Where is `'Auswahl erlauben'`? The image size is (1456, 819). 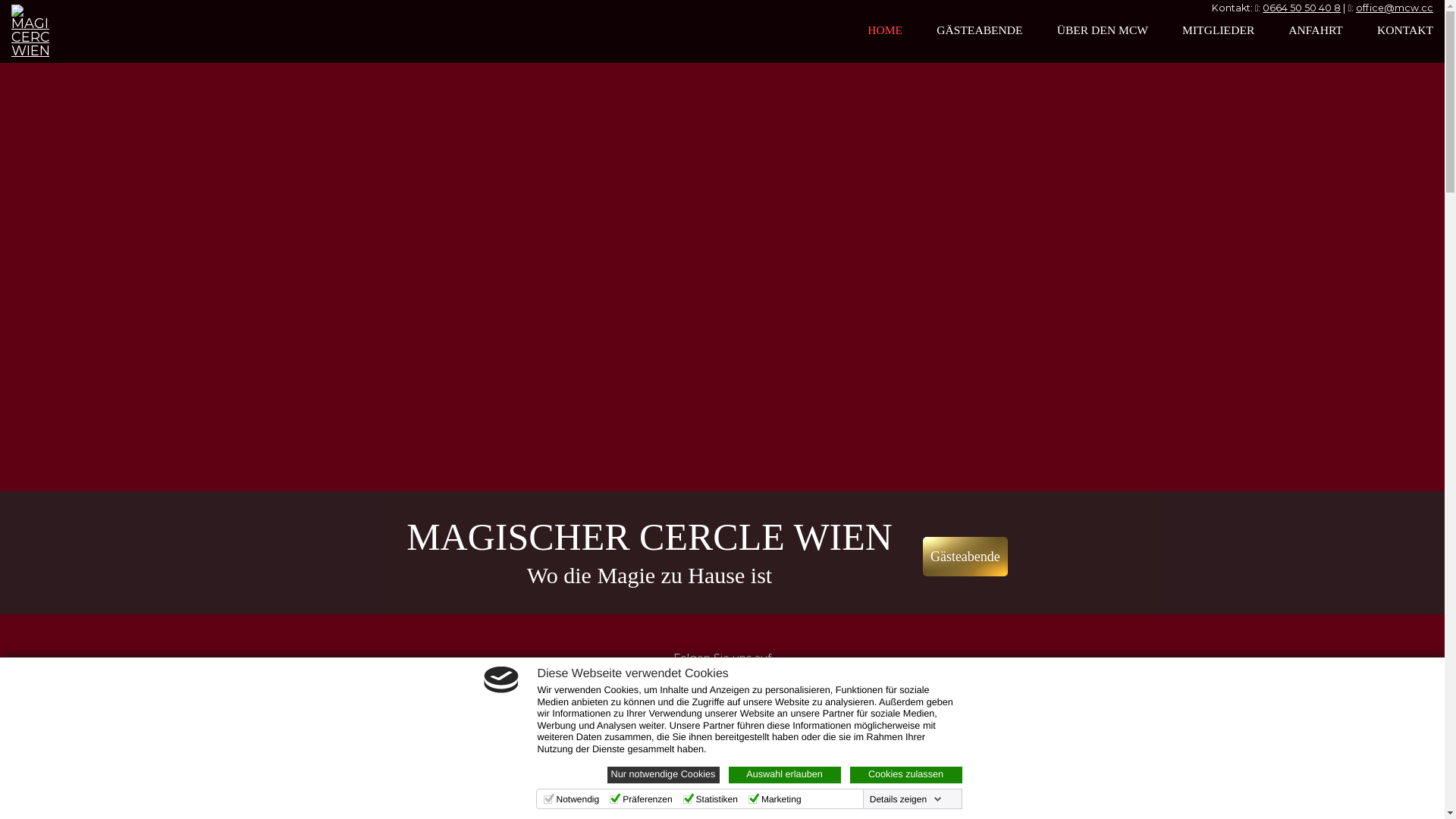
'Auswahl erlauben' is located at coordinates (783, 775).